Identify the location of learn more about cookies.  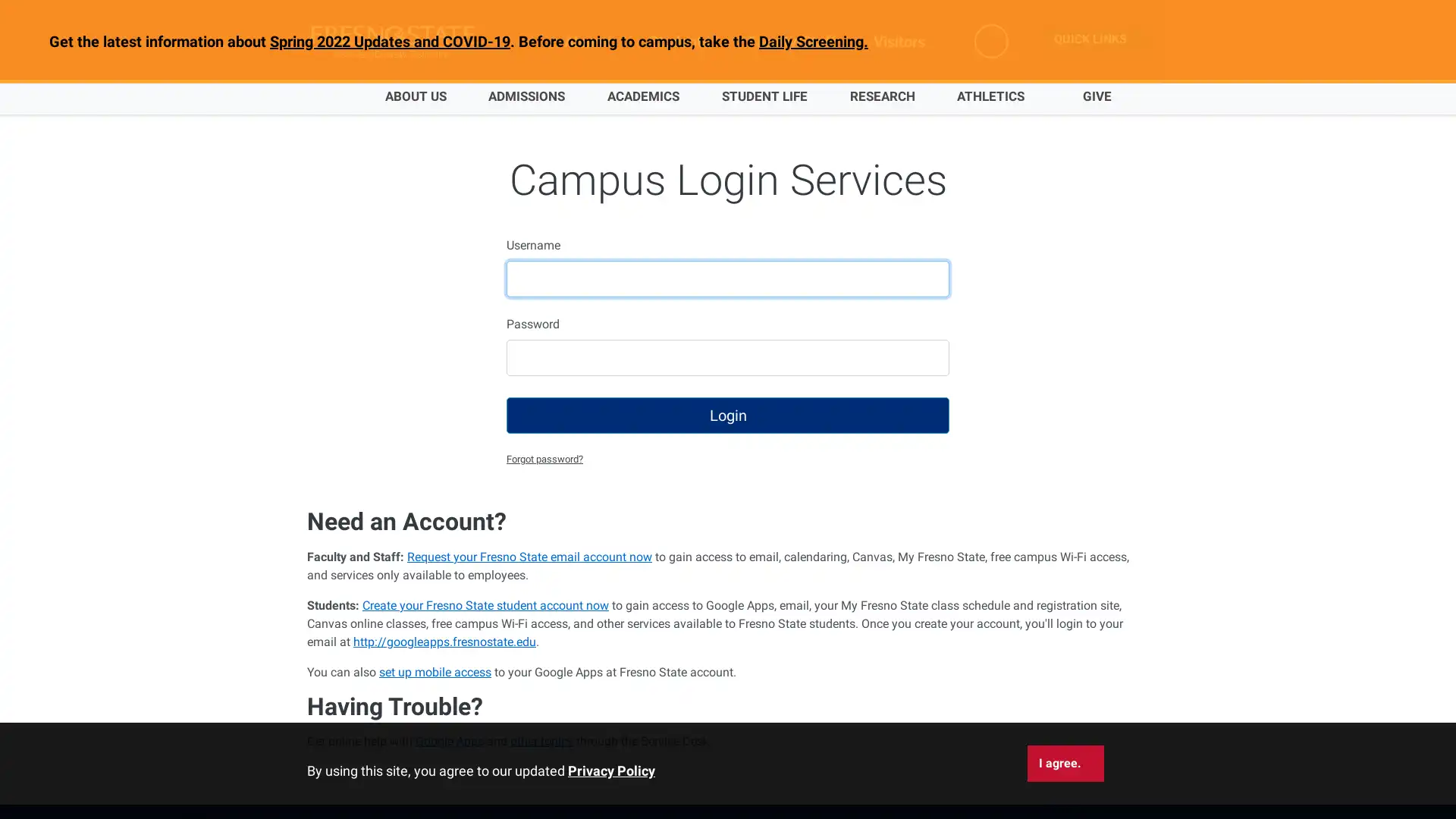
(611, 770).